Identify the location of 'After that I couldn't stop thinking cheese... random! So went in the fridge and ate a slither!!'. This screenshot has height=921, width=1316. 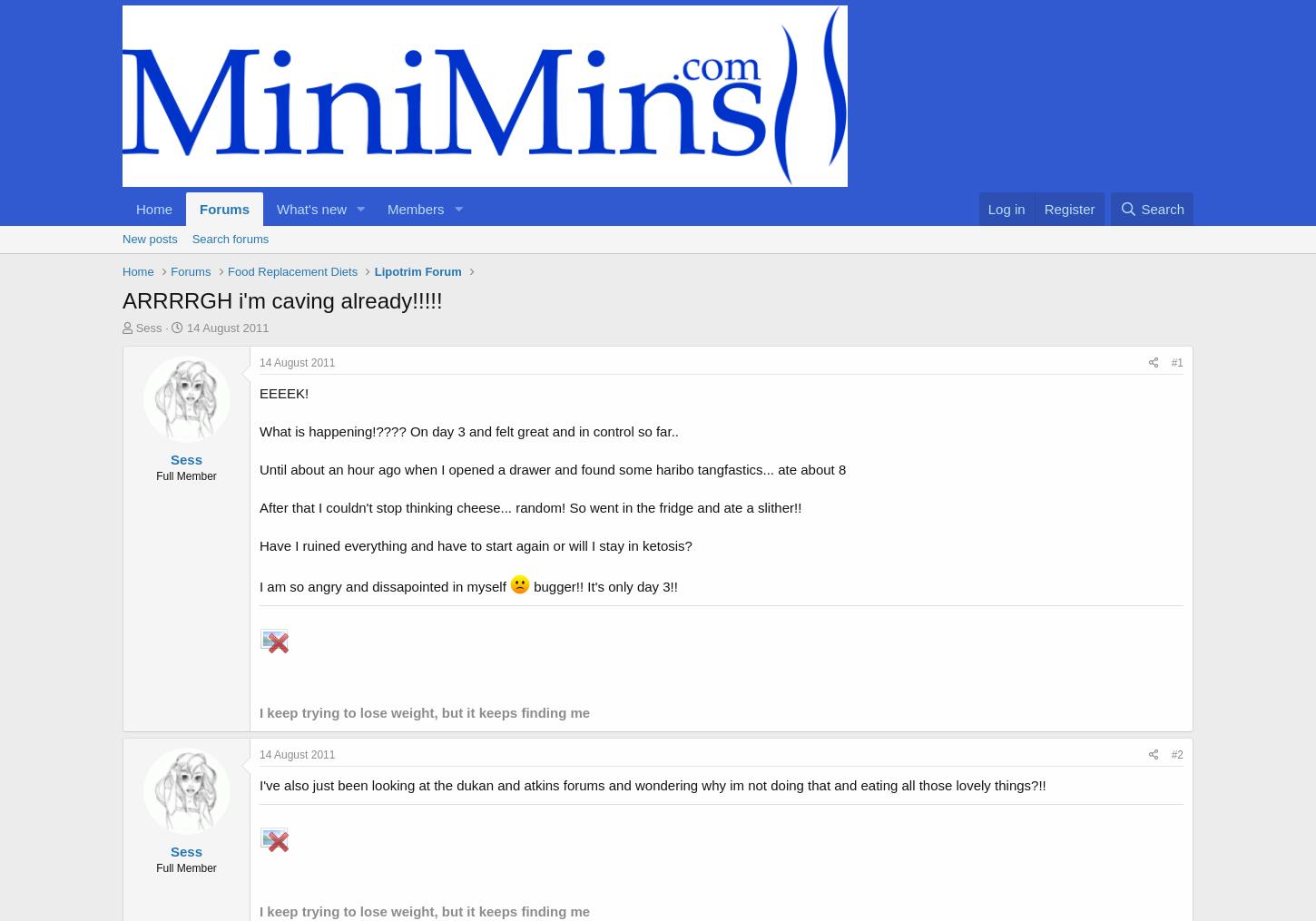
(259, 507).